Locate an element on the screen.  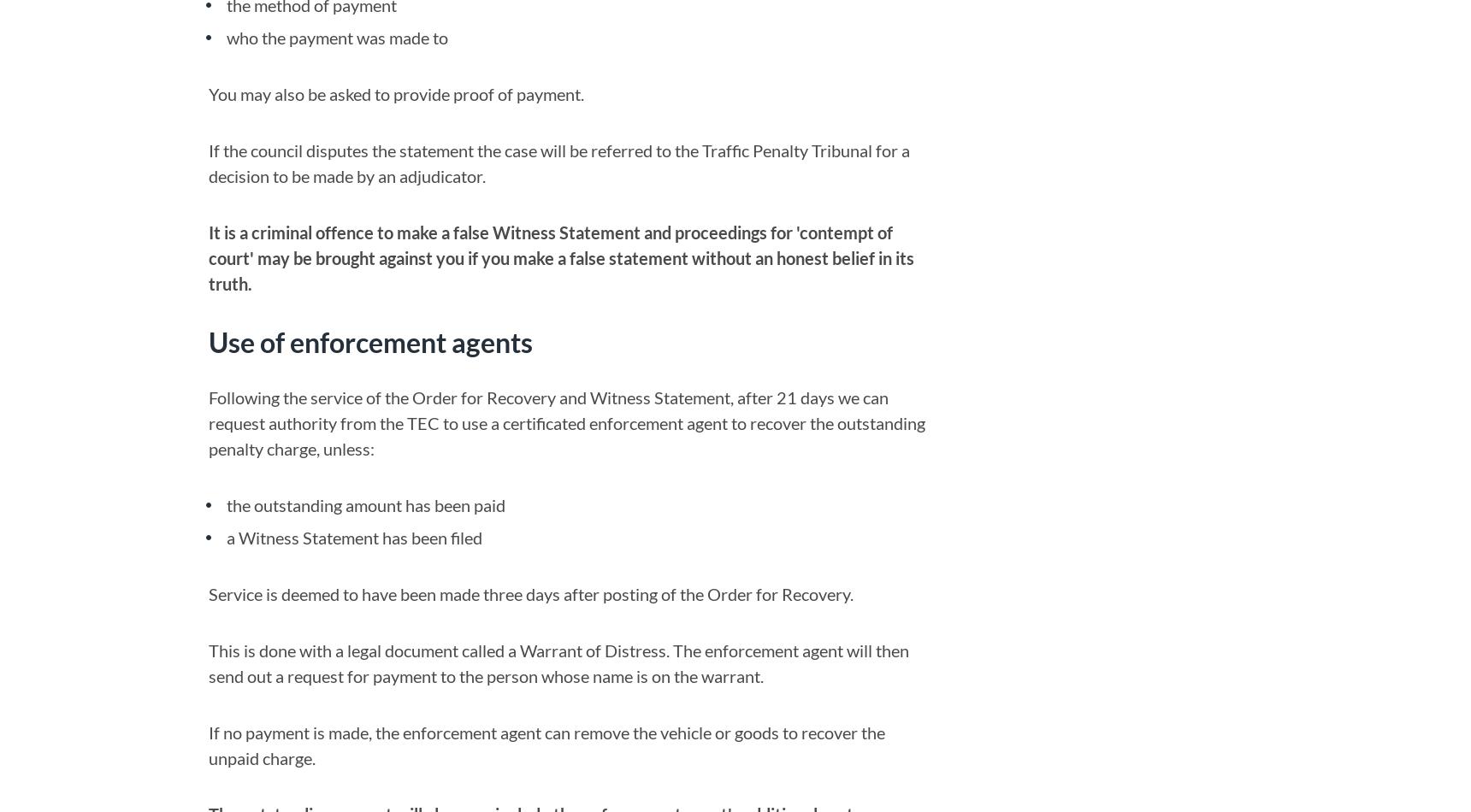
'Following the service of the Order for Recovery and Witness Statement, after 21 days we can request authority from the TEC to use a certificated enforcement agent to recover the outstanding penalty charge, unless:' is located at coordinates (567, 423).